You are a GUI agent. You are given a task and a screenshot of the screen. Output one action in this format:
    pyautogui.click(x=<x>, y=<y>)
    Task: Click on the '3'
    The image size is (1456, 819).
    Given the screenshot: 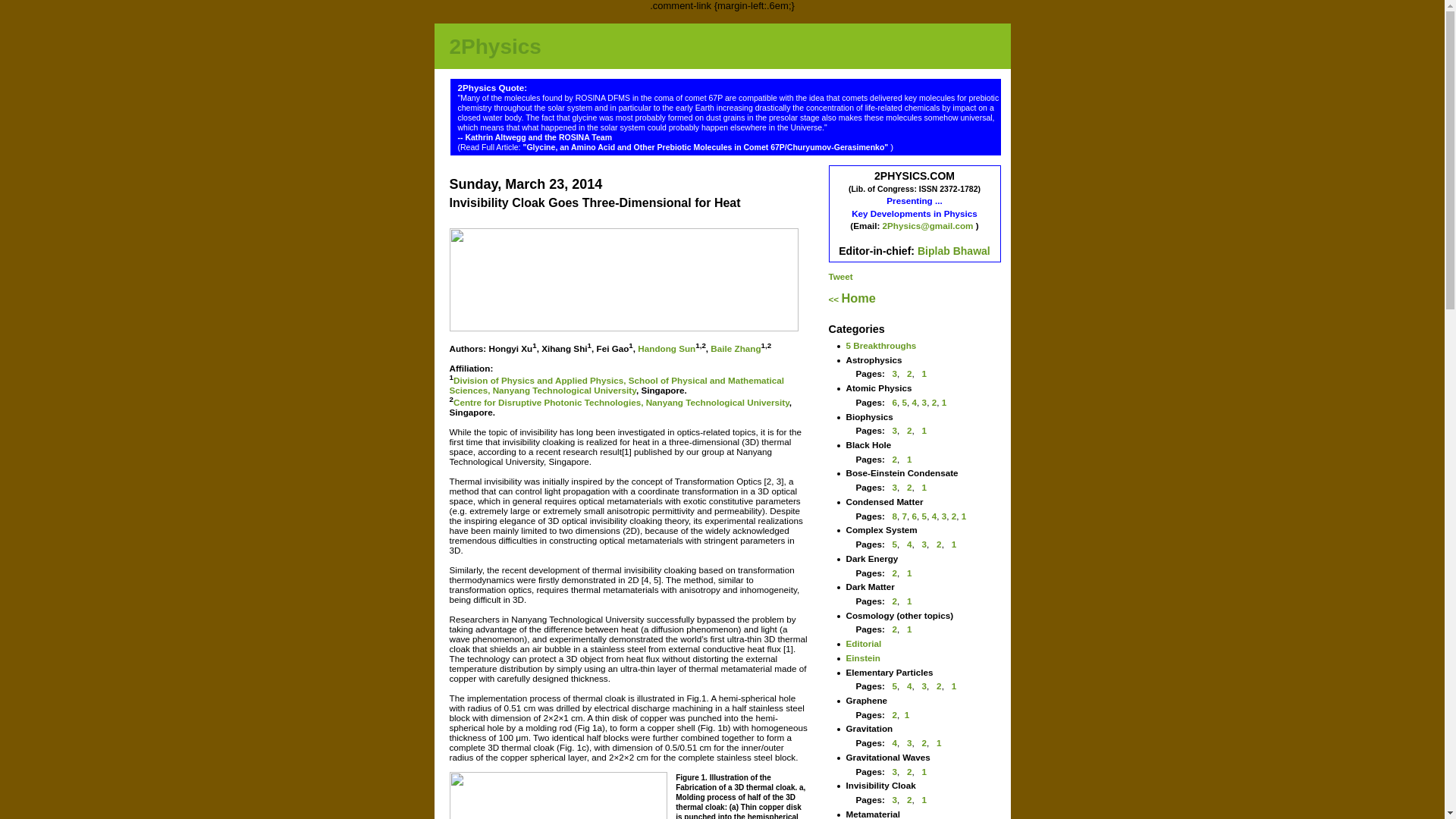 What is the action you would take?
    pyautogui.click(x=924, y=543)
    